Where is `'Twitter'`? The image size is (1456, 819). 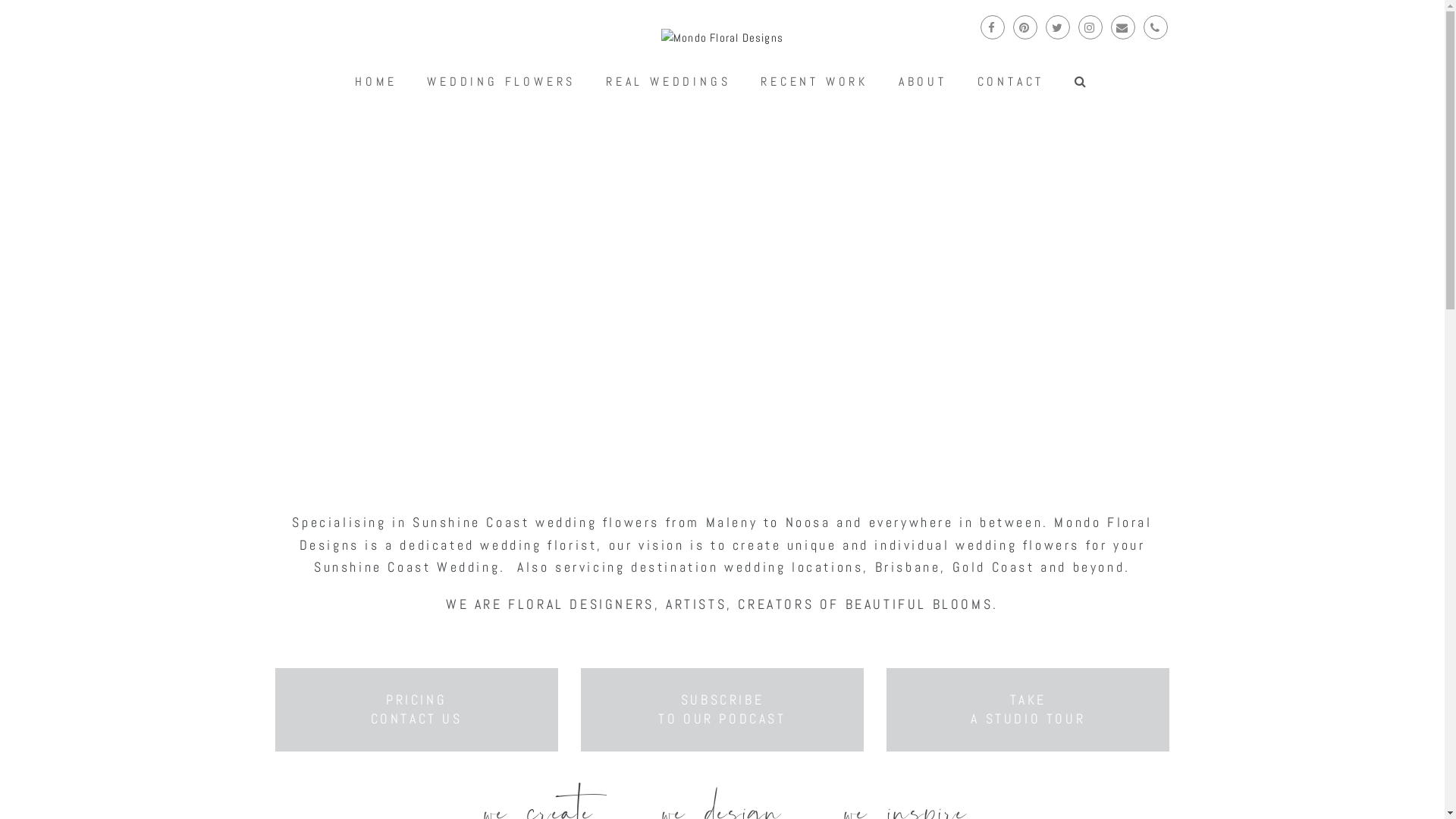 'Twitter' is located at coordinates (1056, 27).